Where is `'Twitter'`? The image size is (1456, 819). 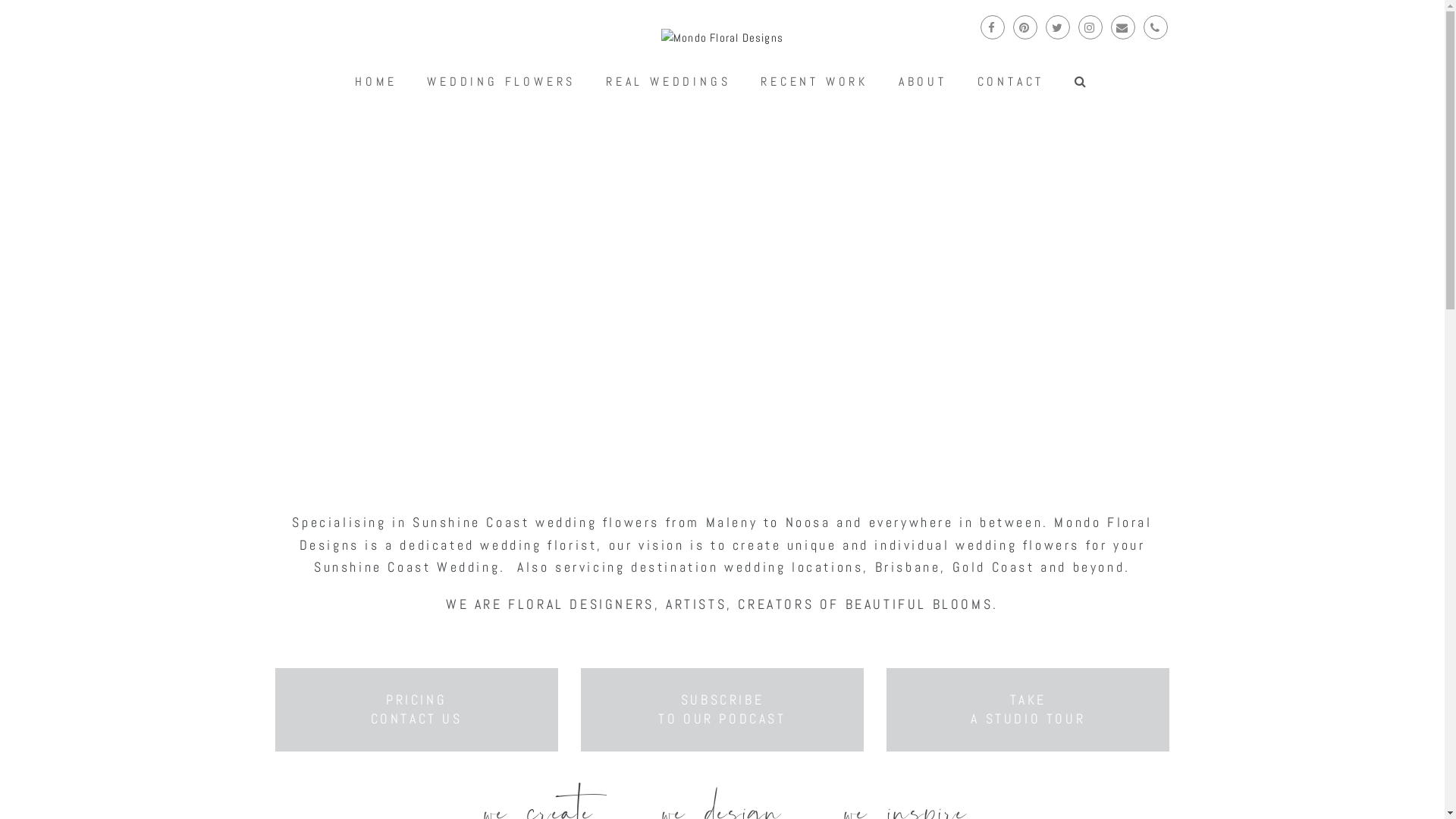 'Twitter' is located at coordinates (1056, 27).